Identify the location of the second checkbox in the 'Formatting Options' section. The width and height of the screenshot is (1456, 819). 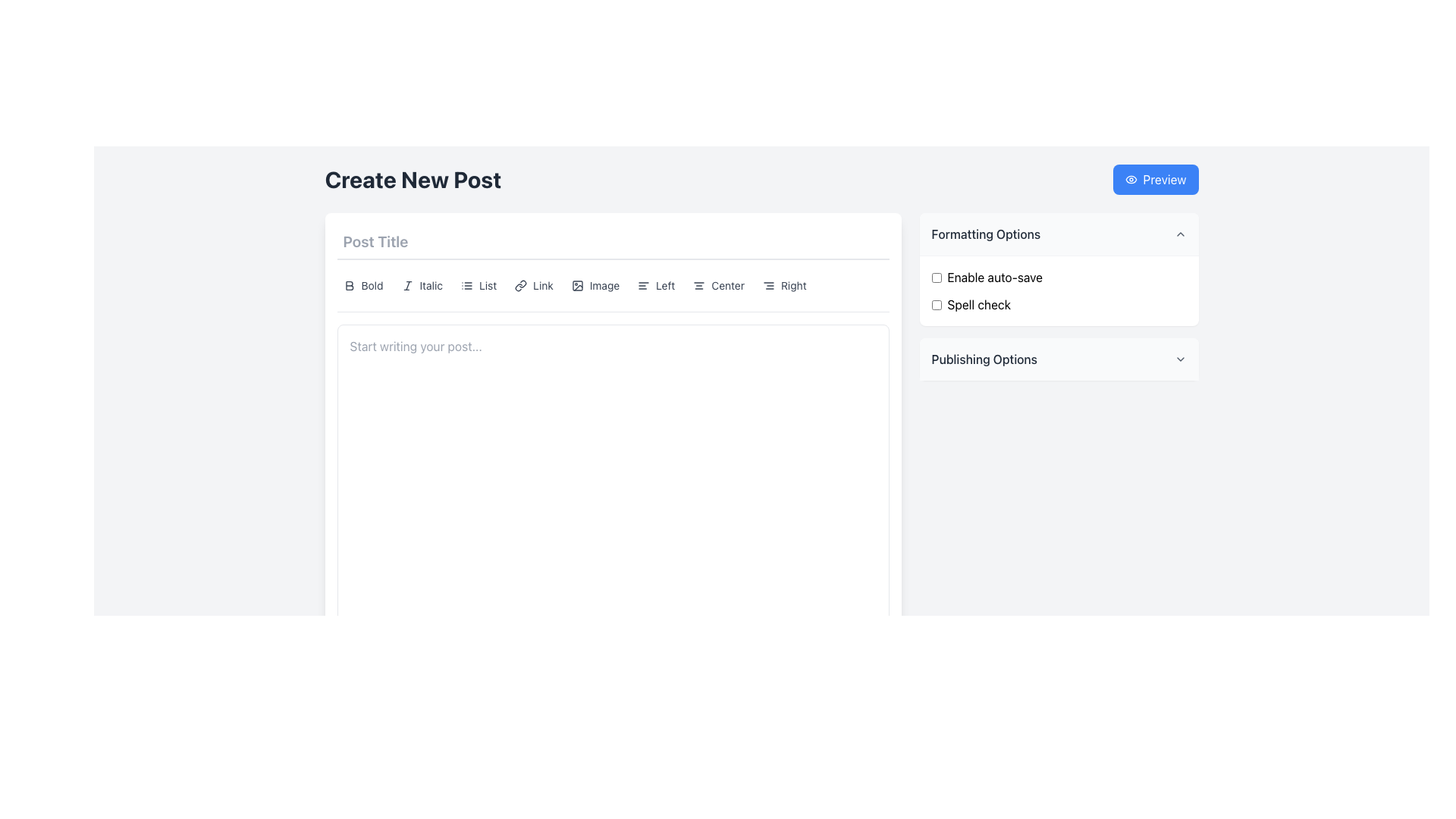
(1058, 291).